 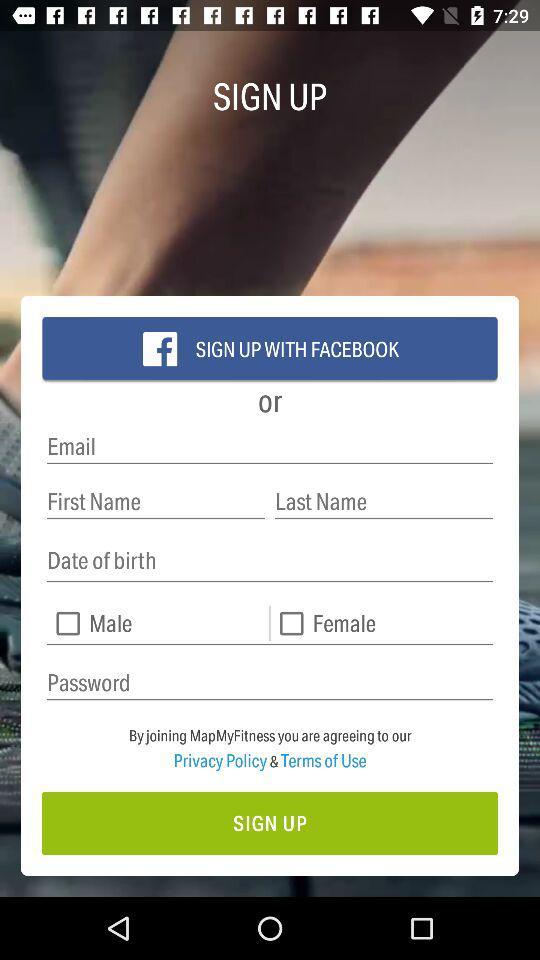 What do you see at coordinates (270, 683) in the screenshot?
I see `password` at bounding box center [270, 683].